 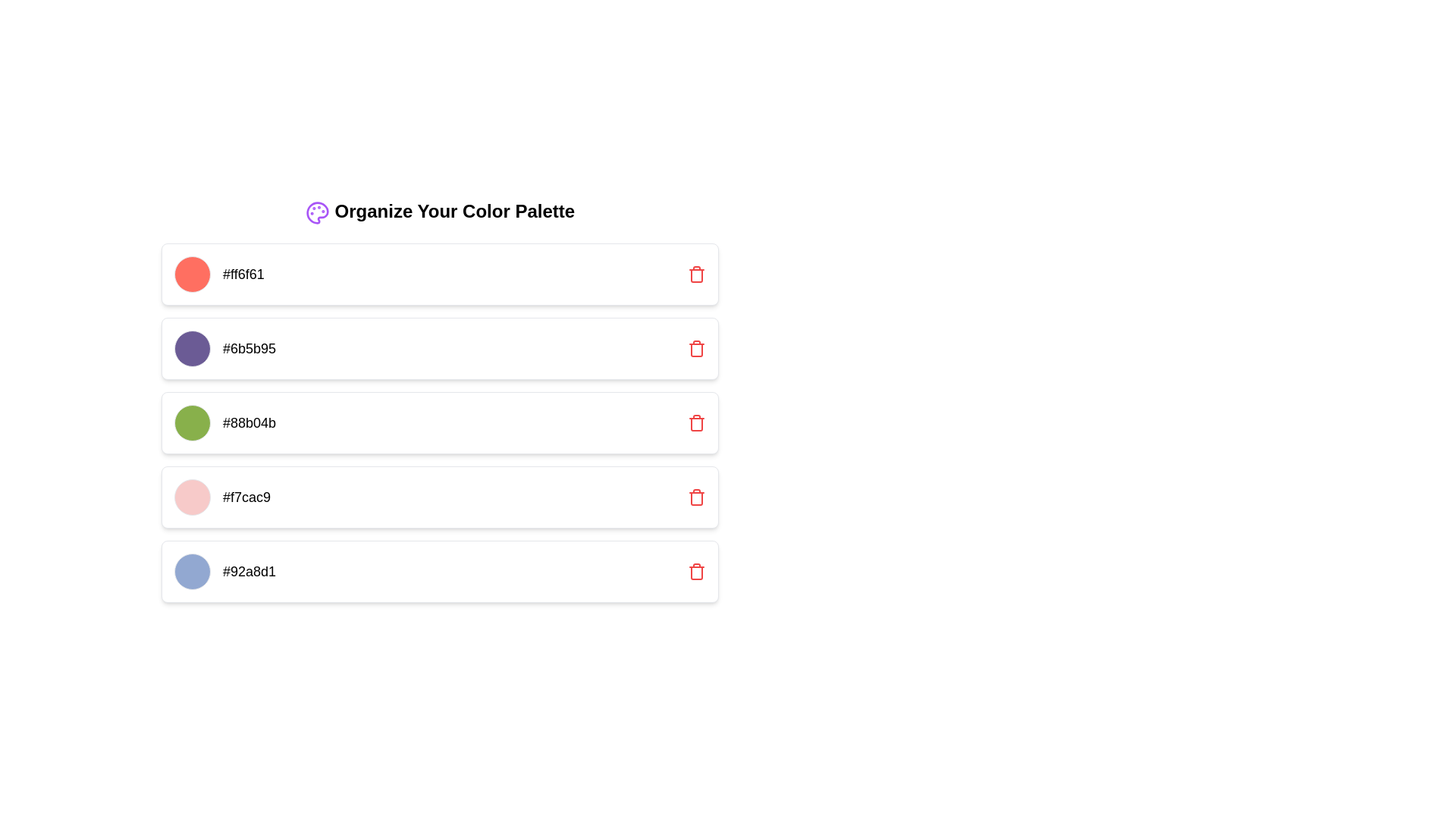 What do you see at coordinates (695, 275) in the screenshot?
I see `the Trash Can/Delete icon located at the far right of the color palette '#ff6f61'` at bounding box center [695, 275].